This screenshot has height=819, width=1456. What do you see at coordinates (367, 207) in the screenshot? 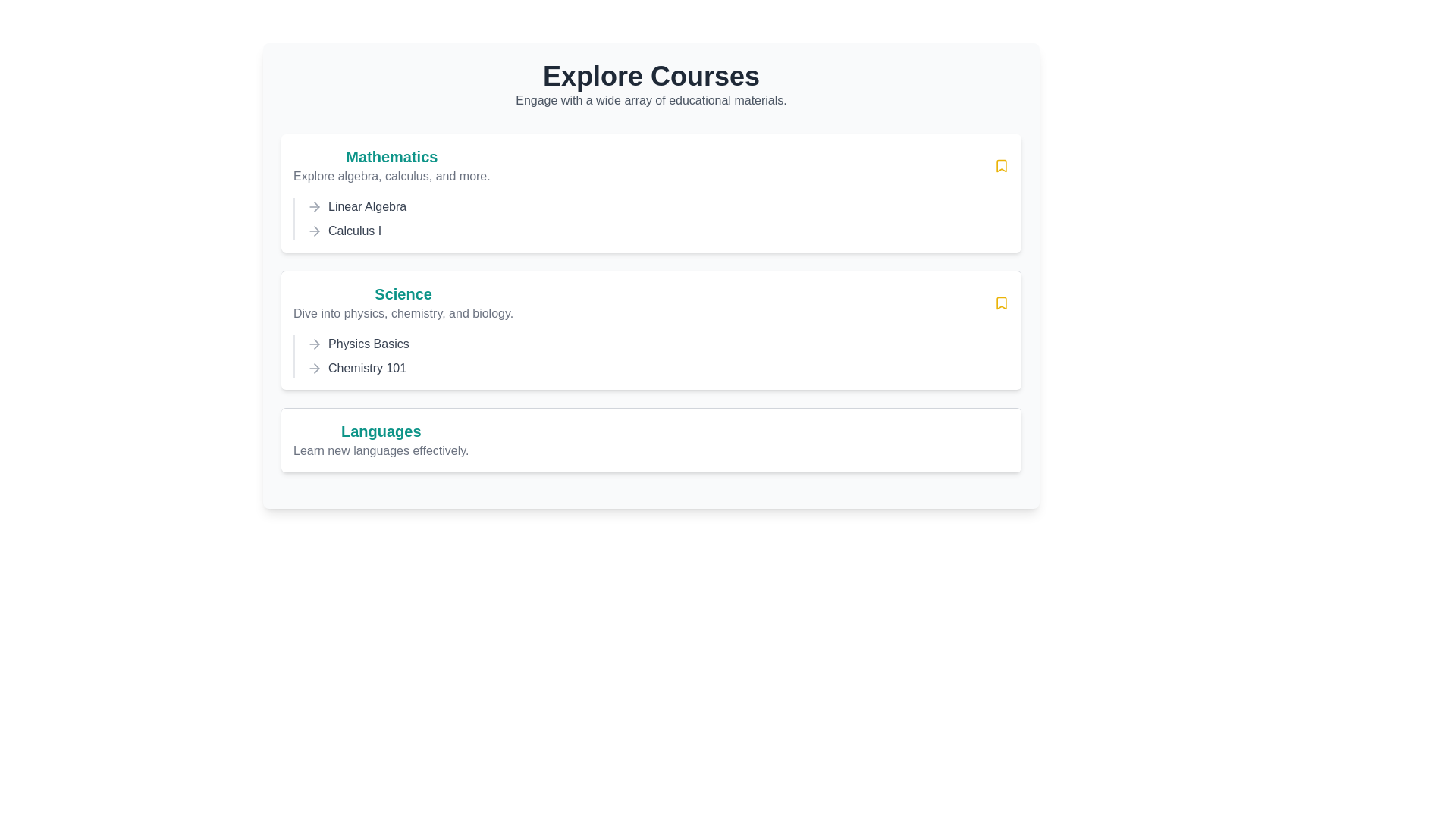
I see `the 'Linear Algebra' hyperlink located within the 'Mathematics' subsection under 'Explore Courses'` at bounding box center [367, 207].